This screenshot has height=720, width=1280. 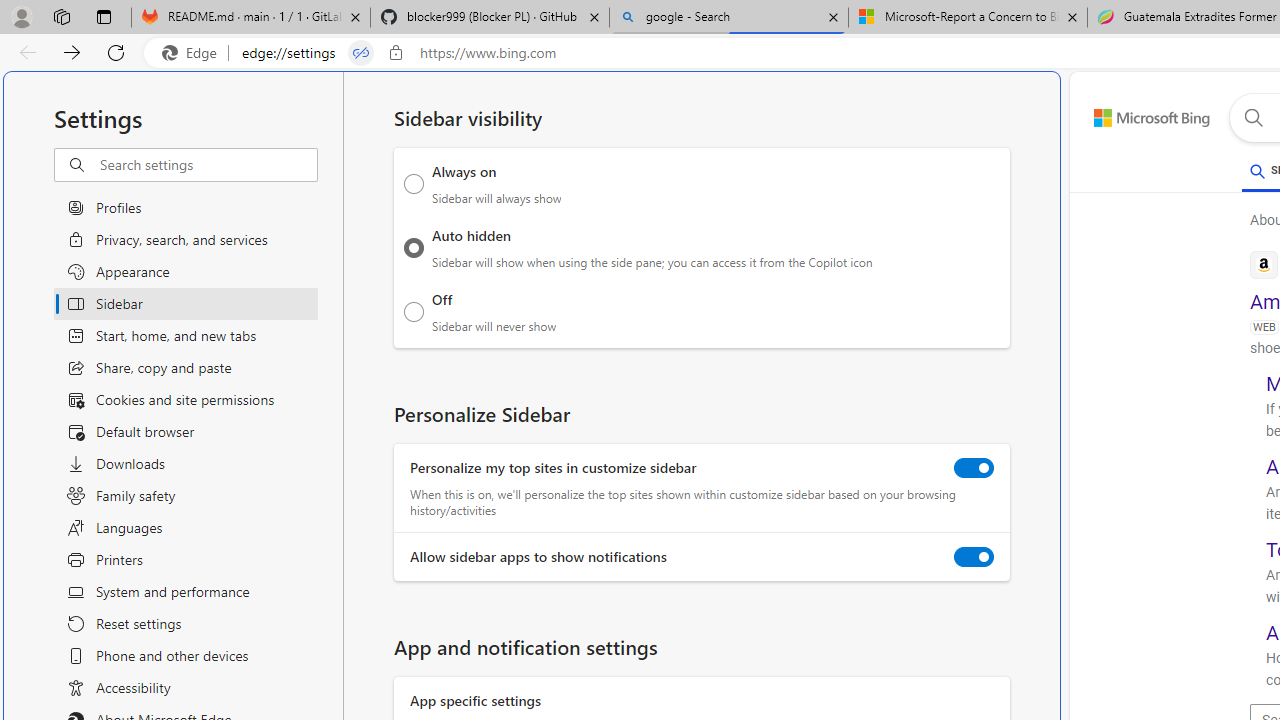 What do you see at coordinates (1139, 114) in the screenshot?
I see `'Back to Bing search'` at bounding box center [1139, 114].